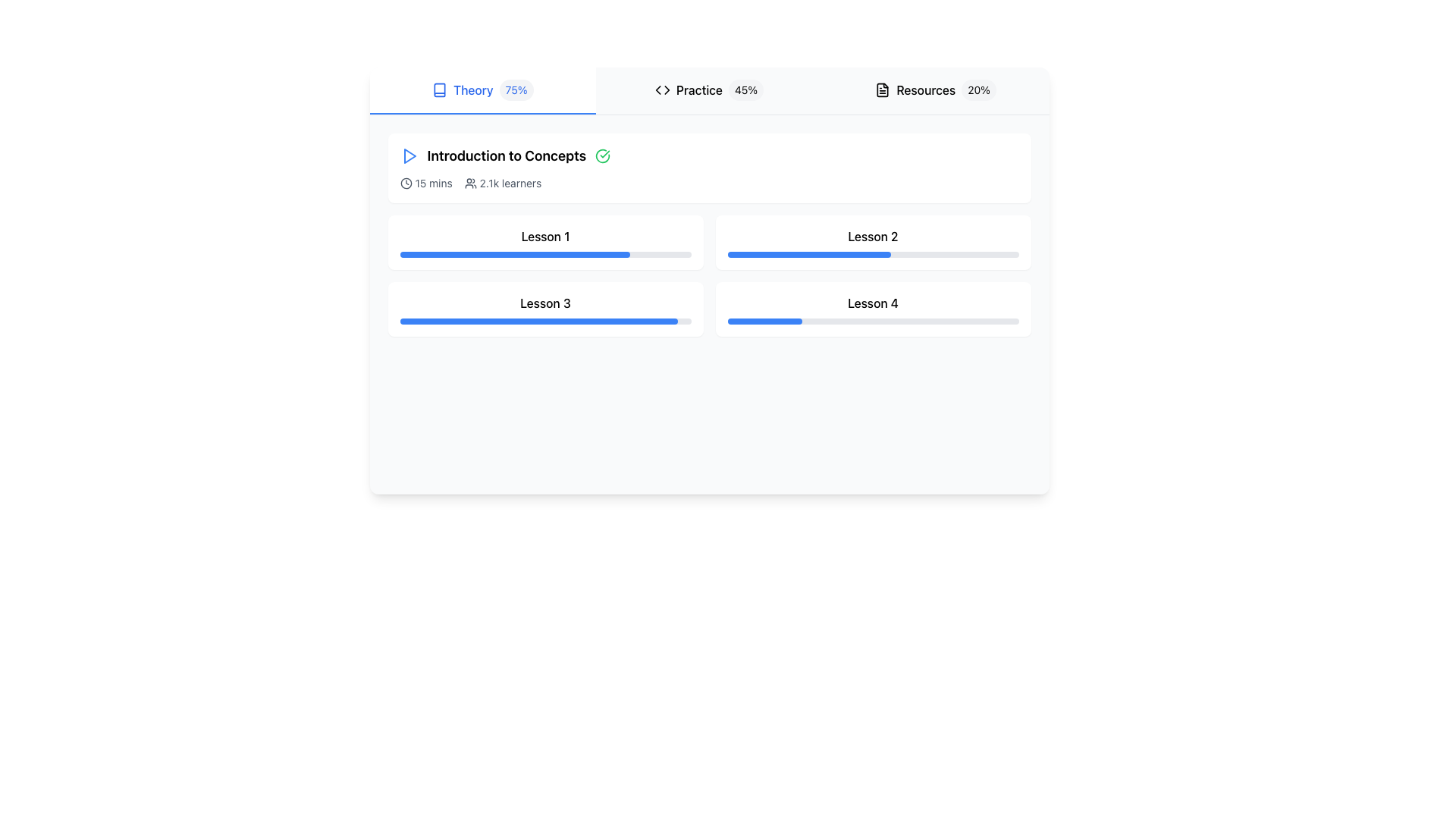 The image size is (1456, 819). Describe the element at coordinates (503, 183) in the screenshot. I see `textual content of the label displaying '2.1k learners' which is part of a horizontal grouping below the title 'Introduction to Concepts'` at that location.